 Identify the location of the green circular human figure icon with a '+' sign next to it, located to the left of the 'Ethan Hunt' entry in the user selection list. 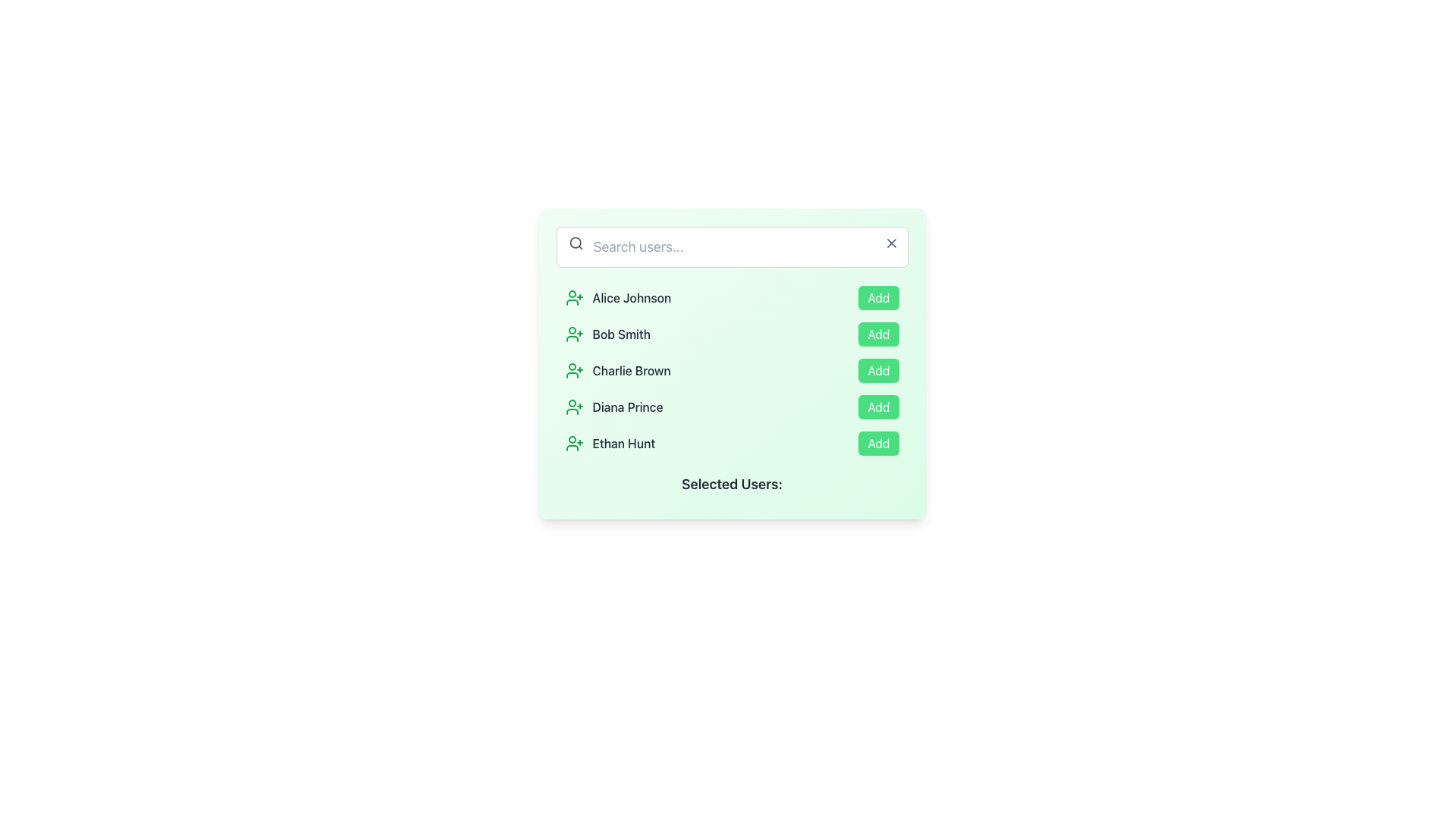
(573, 444).